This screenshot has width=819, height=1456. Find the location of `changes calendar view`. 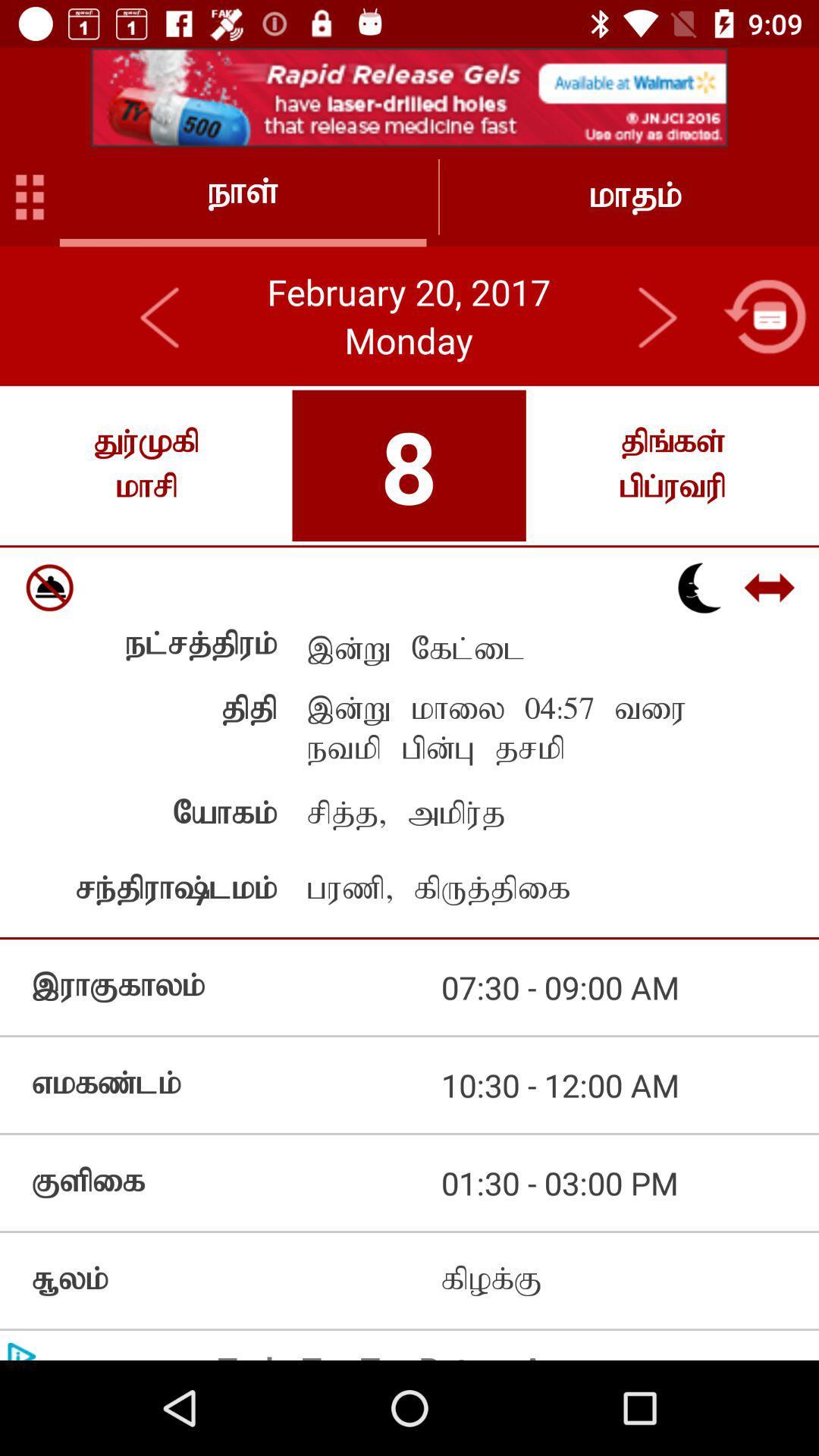

changes calendar view is located at coordinates (764, 315).